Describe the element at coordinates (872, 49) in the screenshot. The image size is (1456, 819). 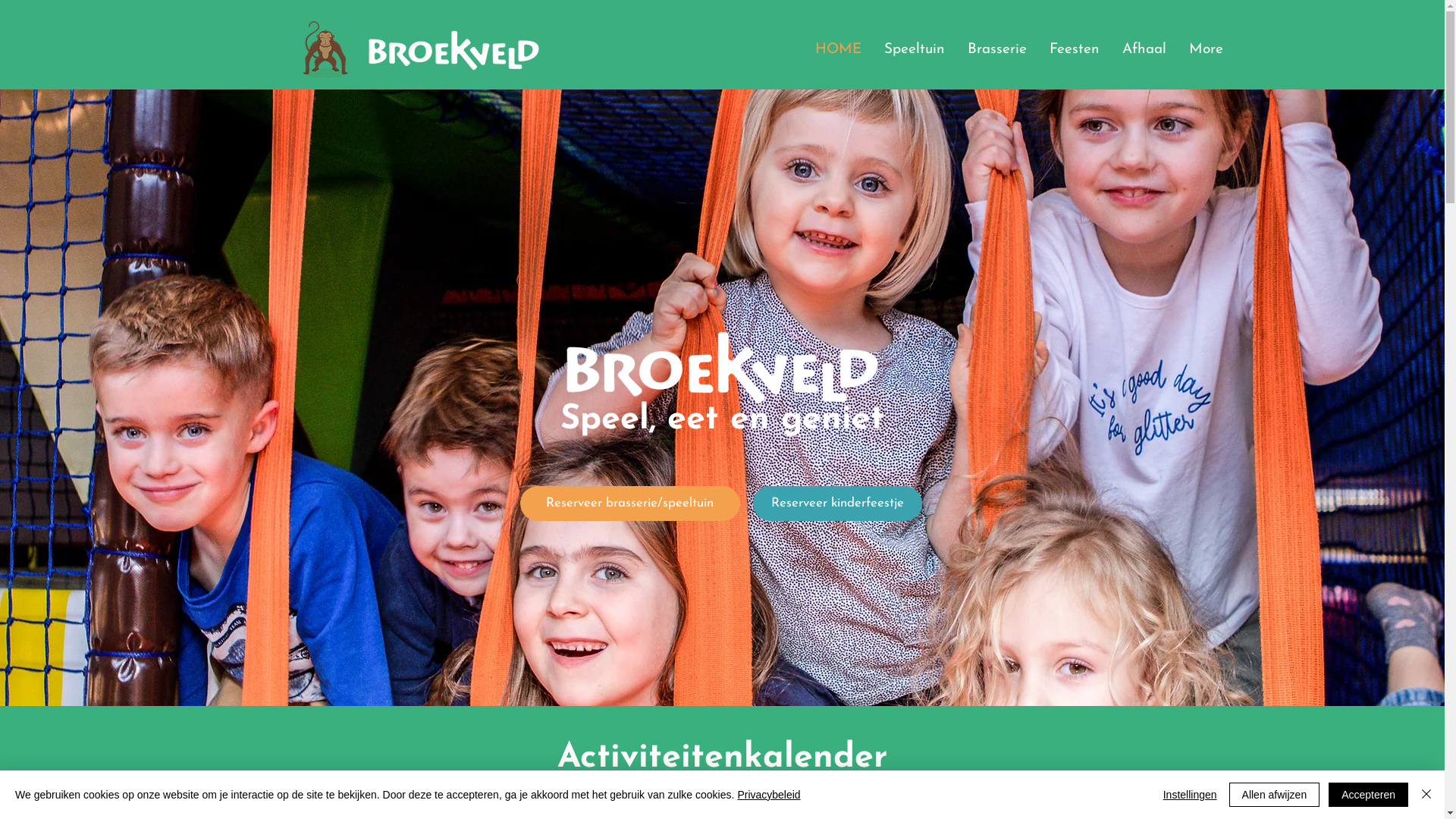
I see `'Speeltuin'` at that location.